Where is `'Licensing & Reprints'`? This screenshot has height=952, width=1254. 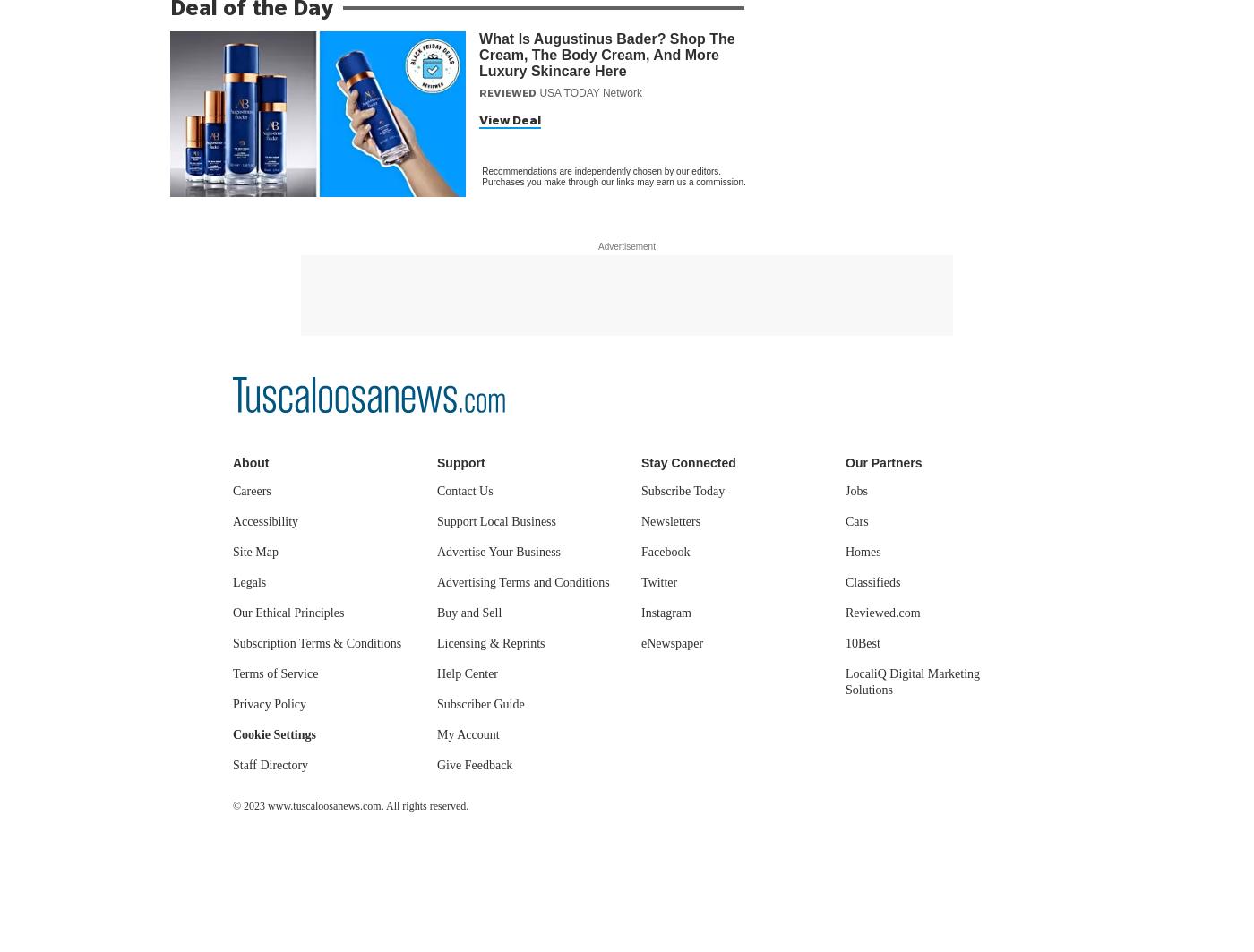 'Licensing & Reprints' is located at coordinates (490, 642).